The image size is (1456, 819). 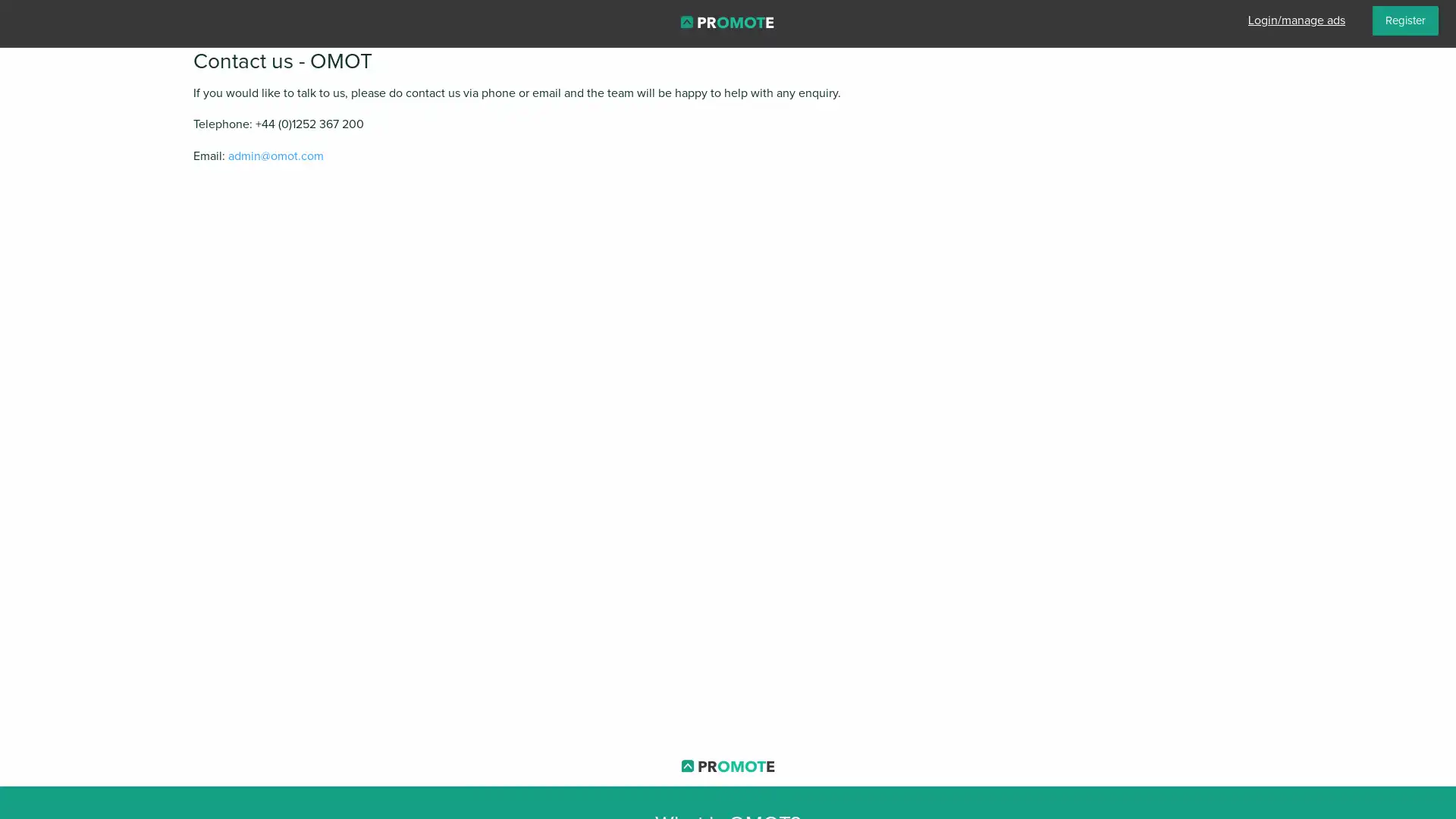 What do you see at coordinates (1404, 20) in the screenshot?
I see `Register` at bounding box center [1404, 20].